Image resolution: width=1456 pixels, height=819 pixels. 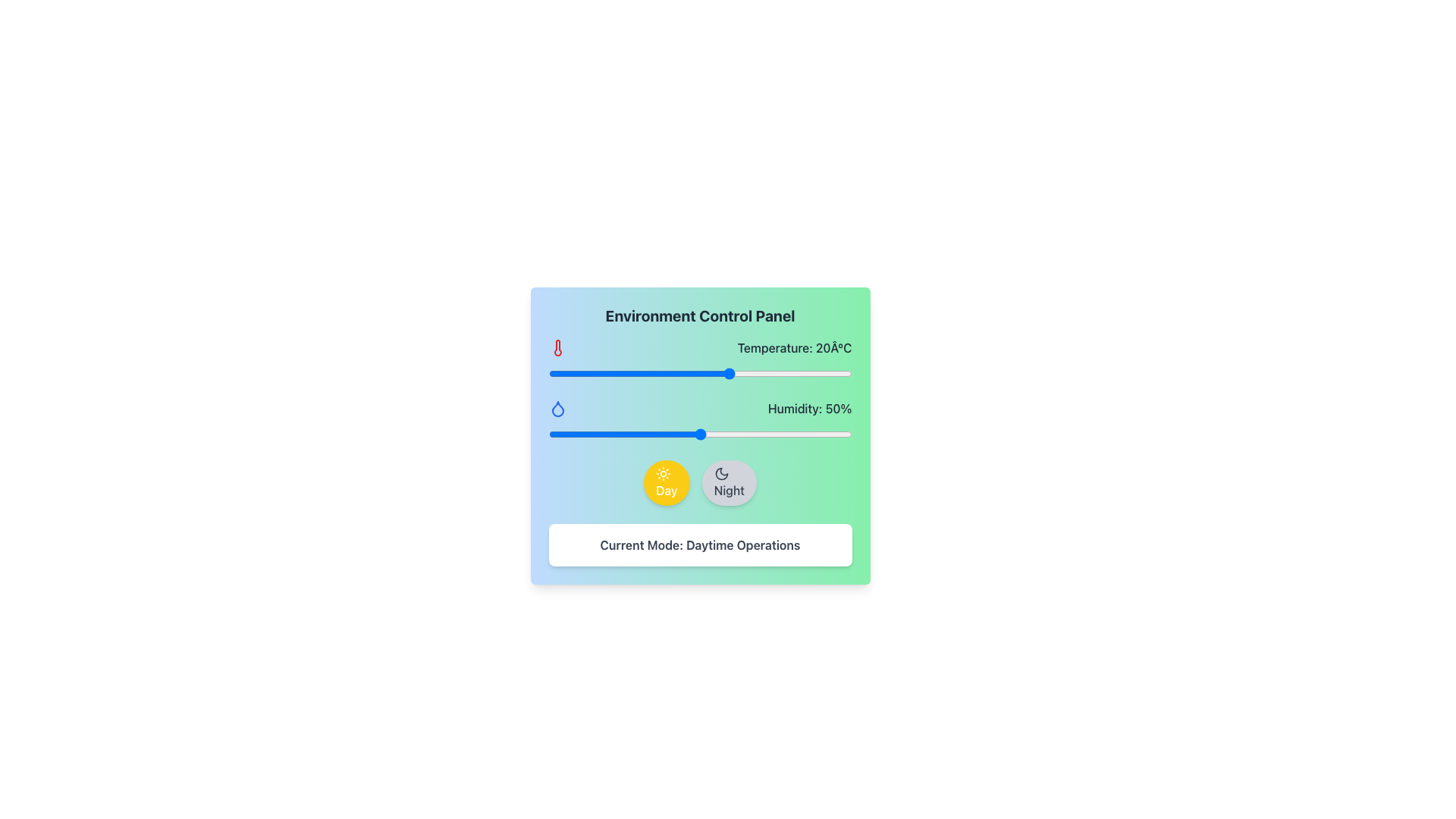 What do you see at coordinates (699, 359) in the screenshot?
I see `the static informational text displaying 'Temperature: 20°C' with a red thermometer icon on the left, located in the 'Environment Control Panel' below the panel's title and above the temperature slider` at bounding box center [699, 359].